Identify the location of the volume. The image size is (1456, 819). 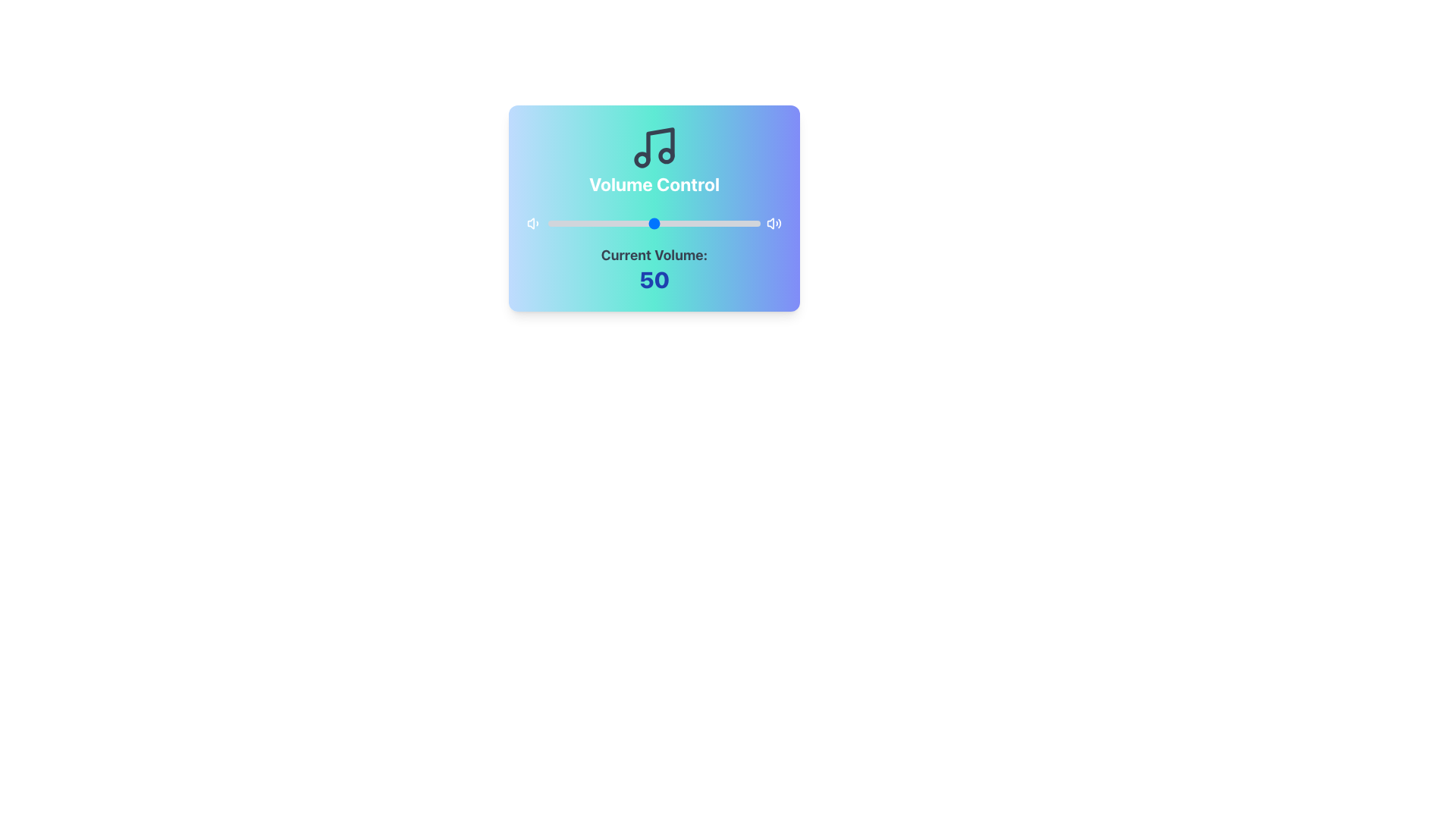
(723, 223).